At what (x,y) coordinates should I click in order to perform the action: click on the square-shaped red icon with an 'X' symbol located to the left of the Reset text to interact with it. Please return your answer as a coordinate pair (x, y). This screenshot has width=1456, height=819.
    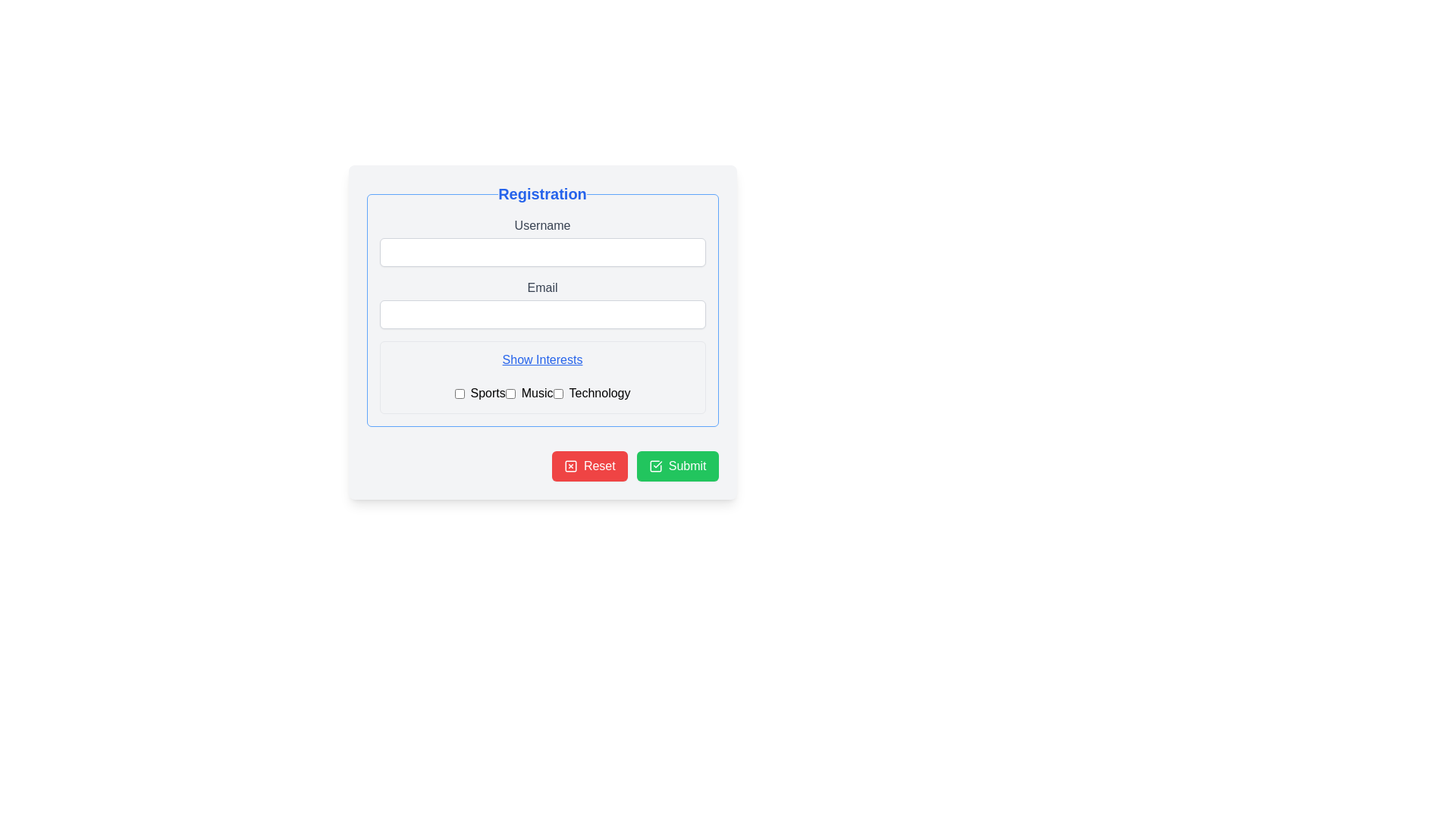
    Looking at the image, I should click on (570, 465).